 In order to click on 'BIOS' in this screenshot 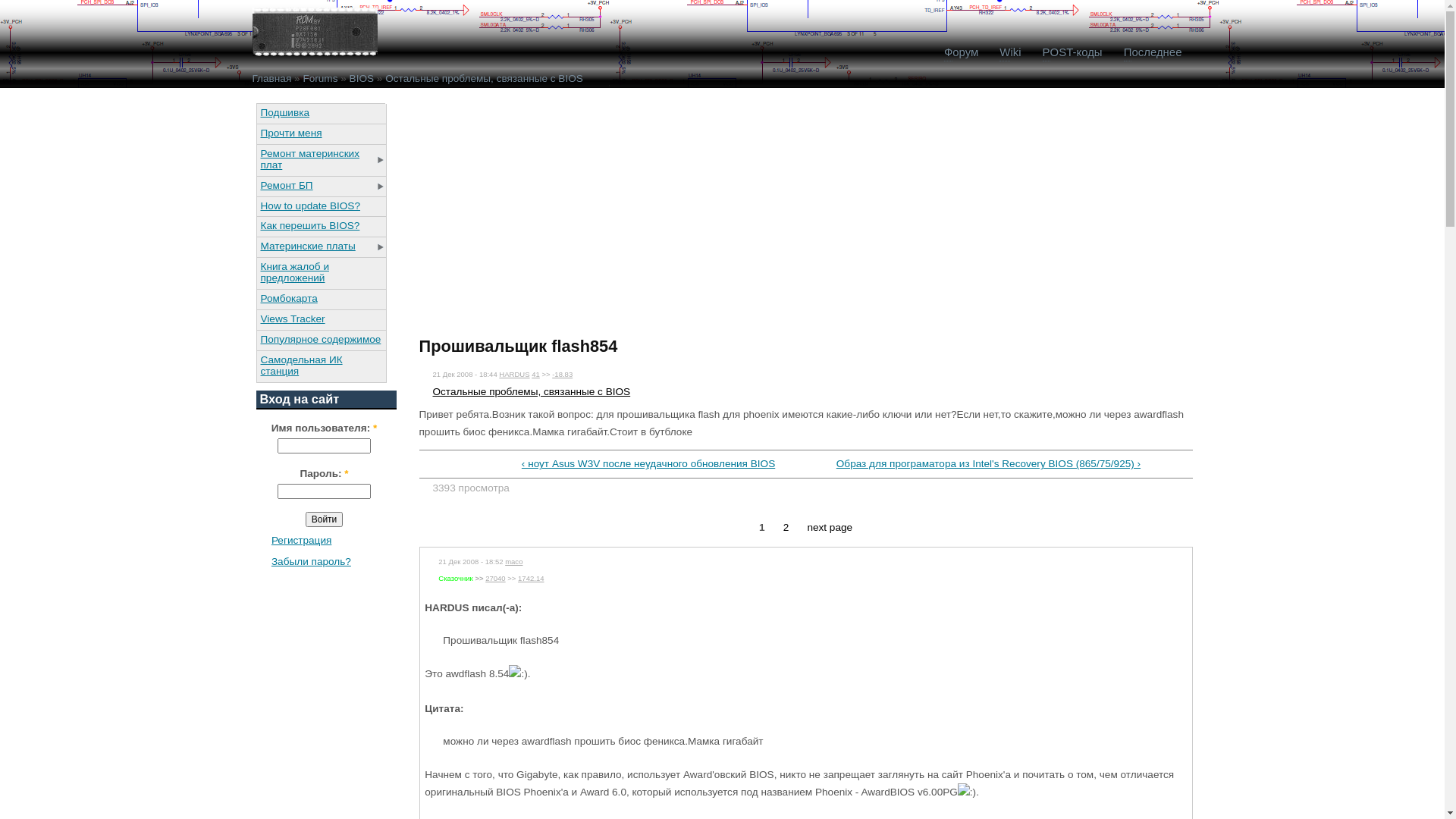, I will do `click(360, 78)`.